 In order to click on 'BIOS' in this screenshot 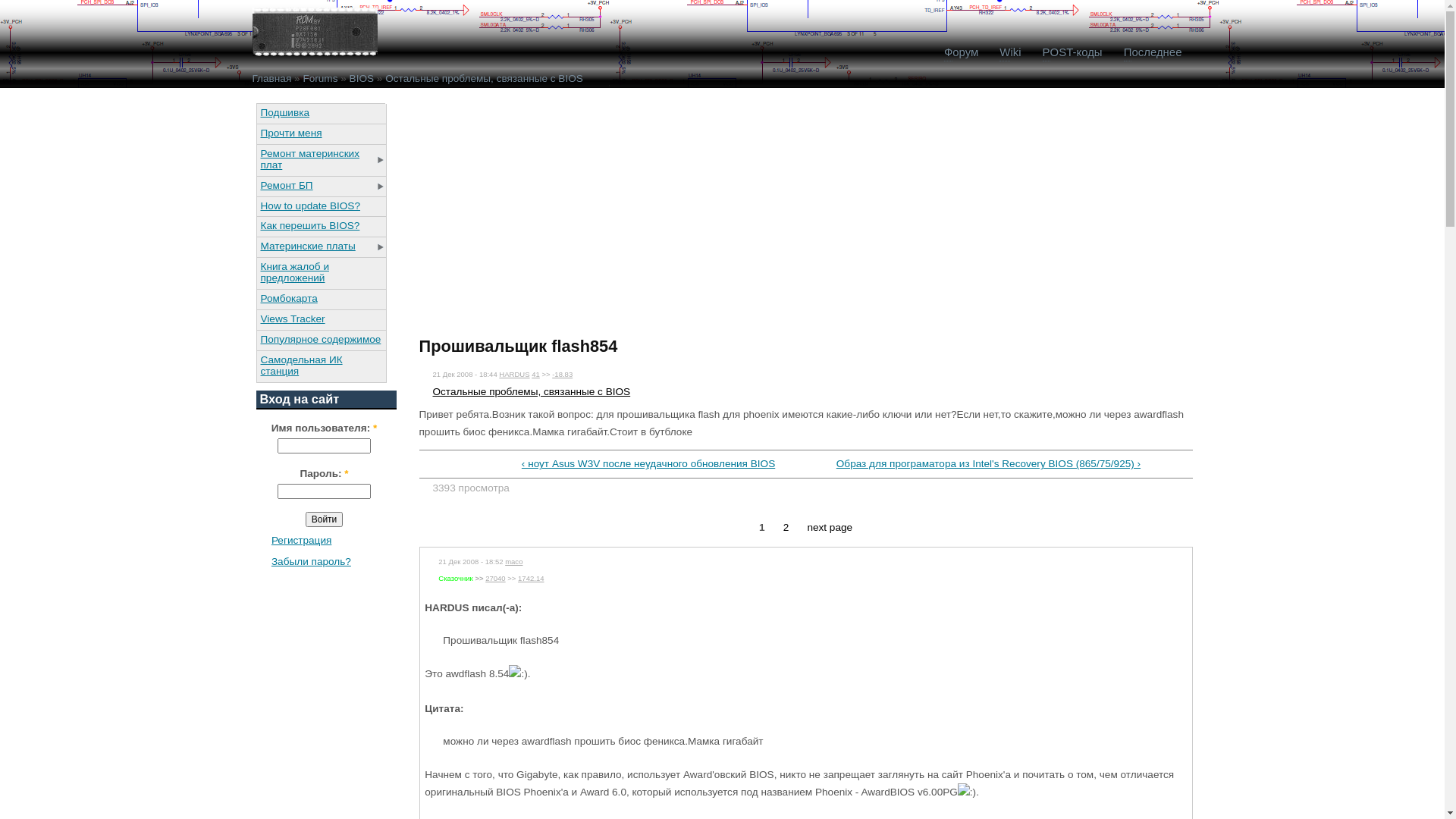, I will do `click(360, 78)`.